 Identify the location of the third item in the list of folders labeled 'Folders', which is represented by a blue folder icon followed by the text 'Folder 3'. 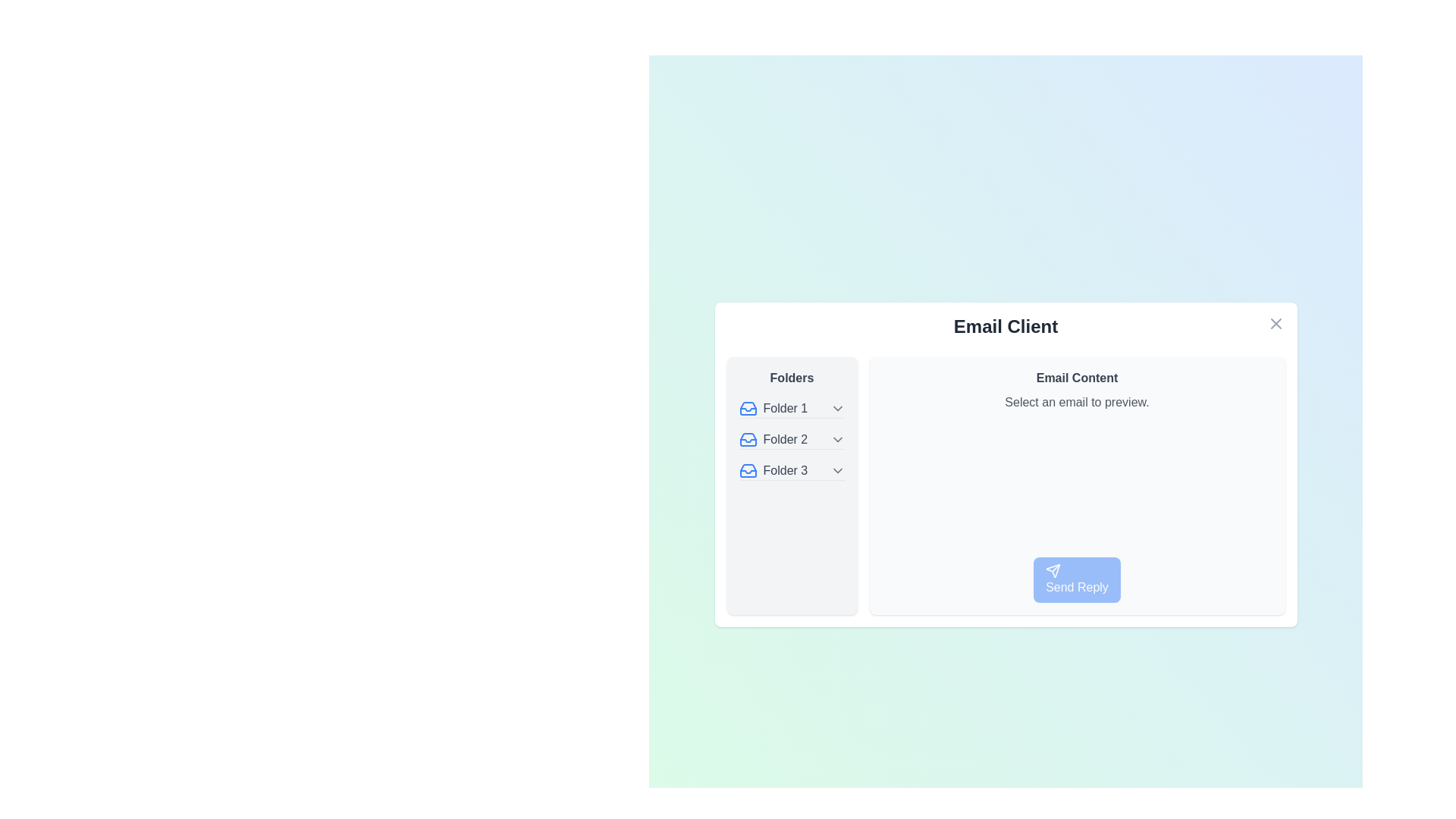
(791, 470).